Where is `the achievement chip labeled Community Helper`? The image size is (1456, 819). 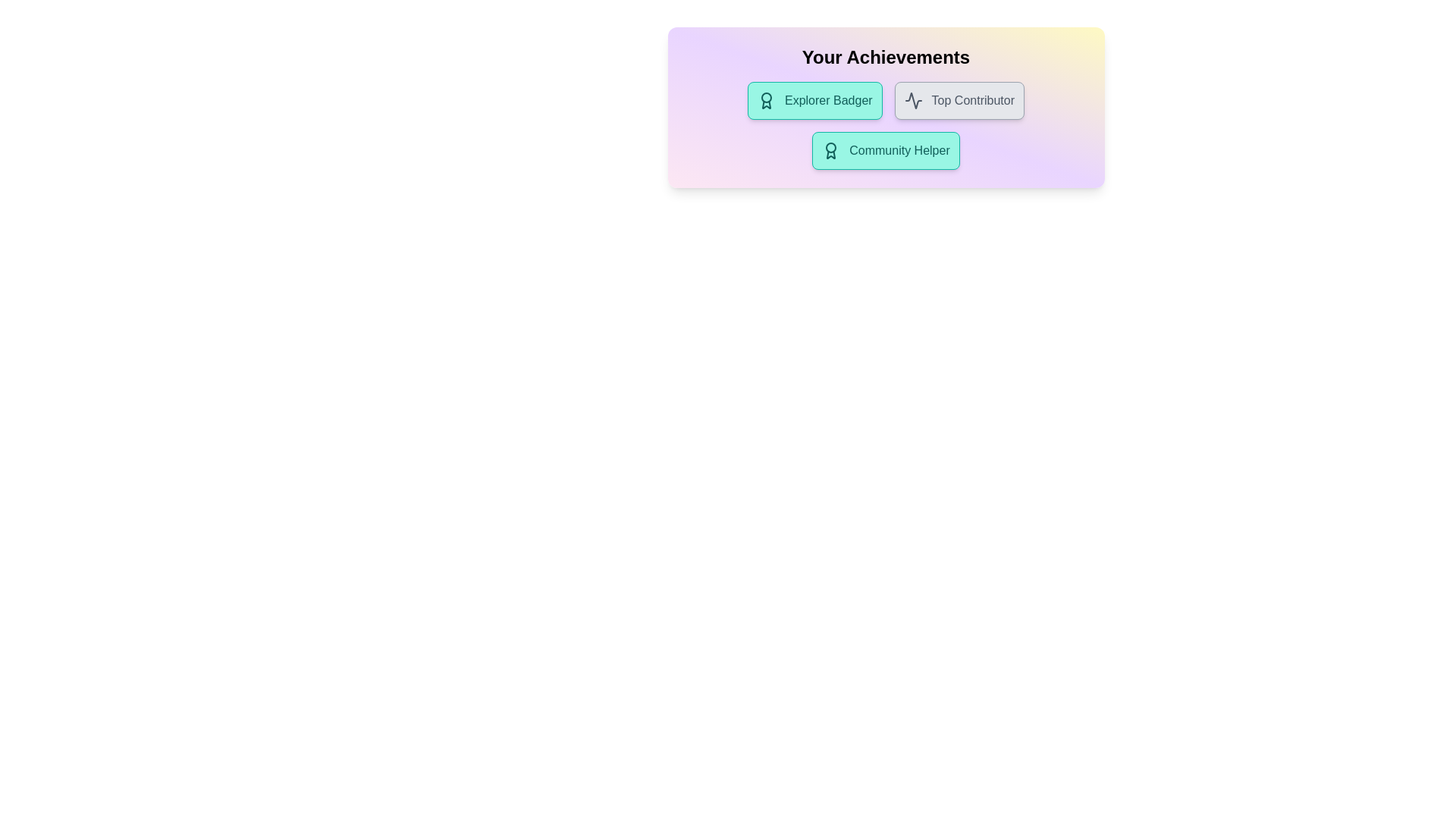
the achievement chip labeled Community Helper is located at coordinates (886, 151).